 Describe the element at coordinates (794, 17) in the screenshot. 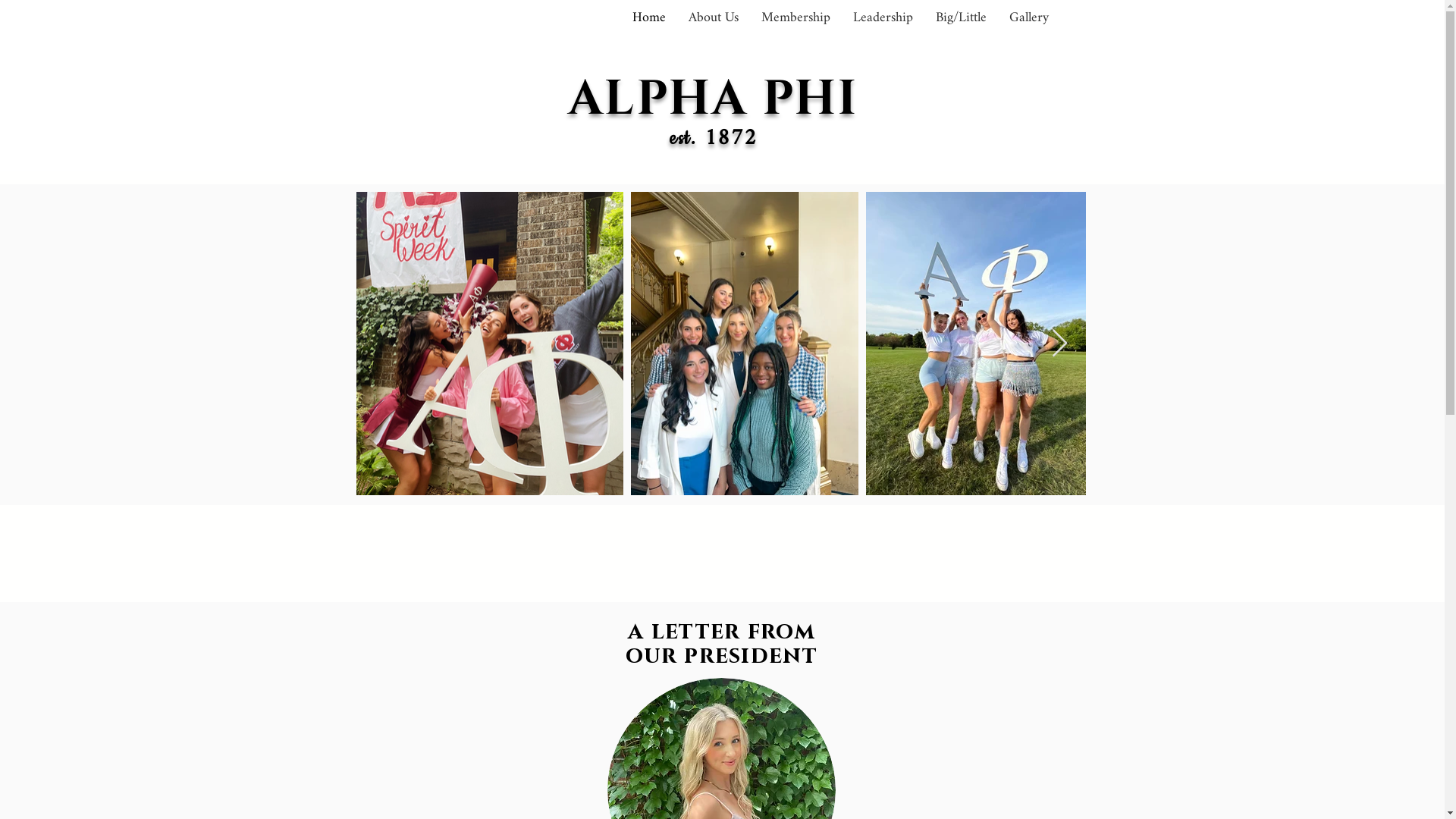

I see `'Membership'` at that location.